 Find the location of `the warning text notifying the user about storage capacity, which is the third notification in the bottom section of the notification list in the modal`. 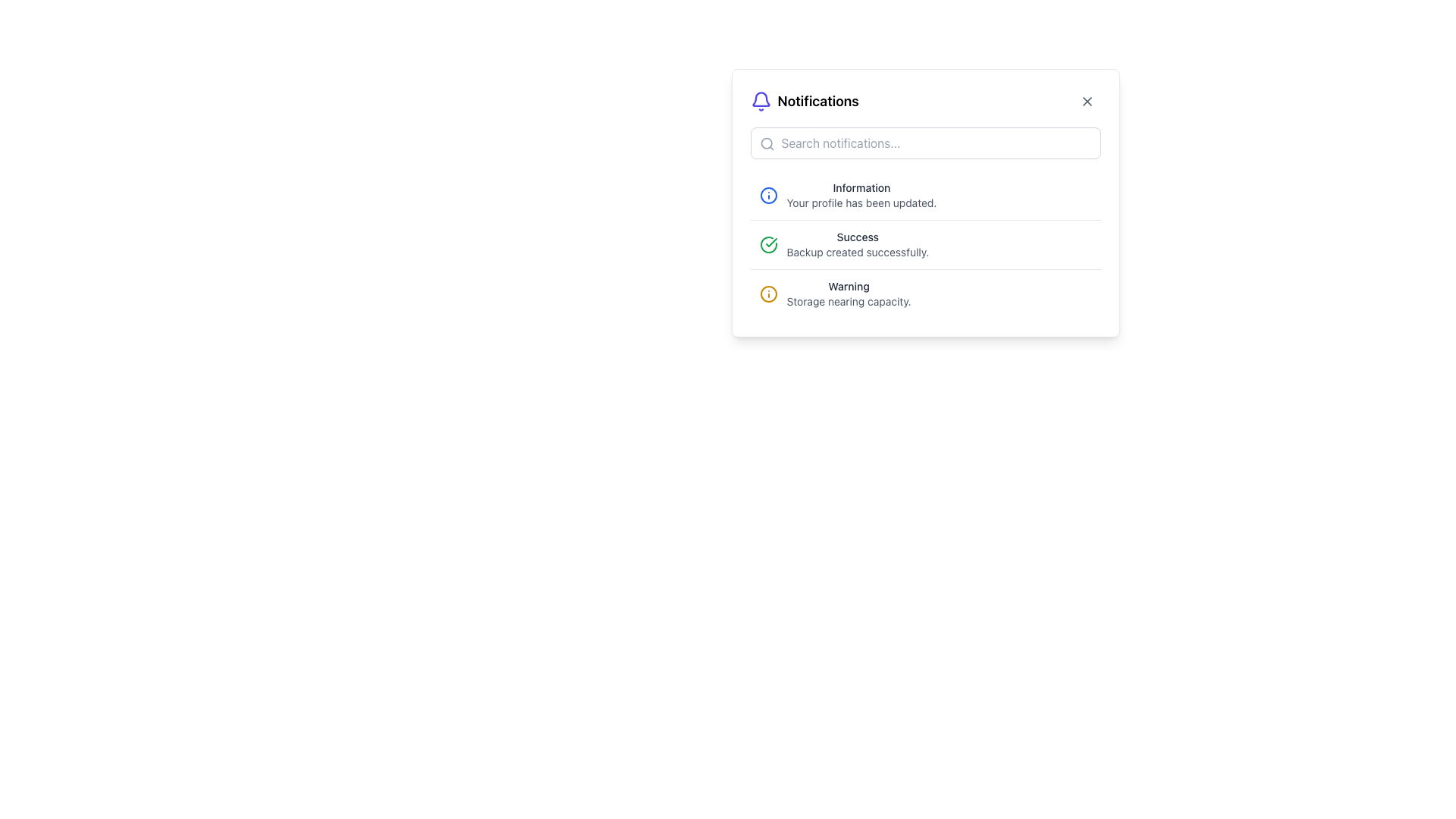

the warning text notifying the user about storage capacity, which is the third notification in the bottom section of the notification list in the modal is located at coordinates (848, 294).